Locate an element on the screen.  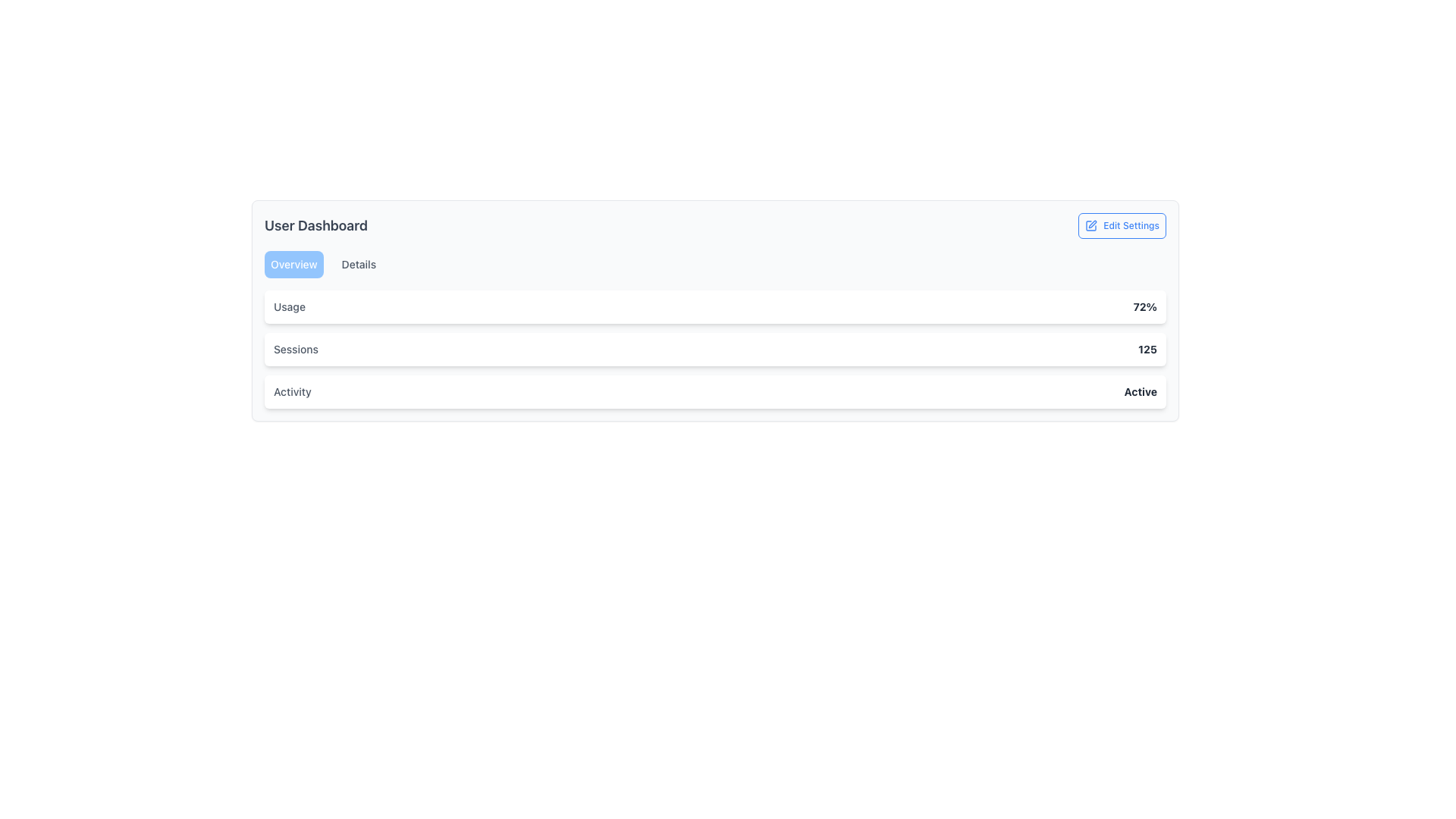
the icon resembling a square with a pen overlay is located at coordinates (1090, 225).